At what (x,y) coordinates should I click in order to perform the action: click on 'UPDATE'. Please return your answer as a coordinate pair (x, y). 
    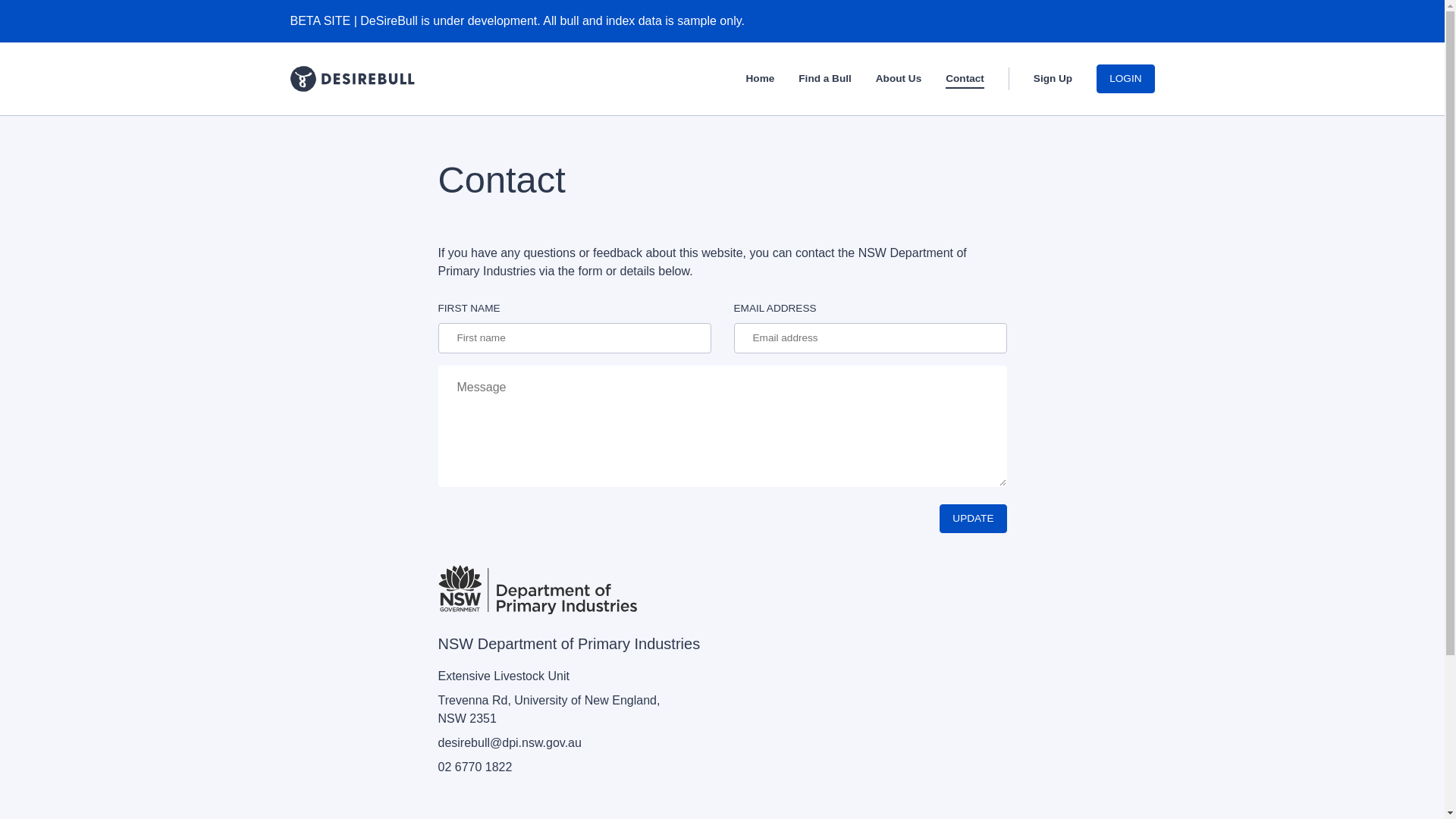
    Looking at the image, I should click on (972, 517).